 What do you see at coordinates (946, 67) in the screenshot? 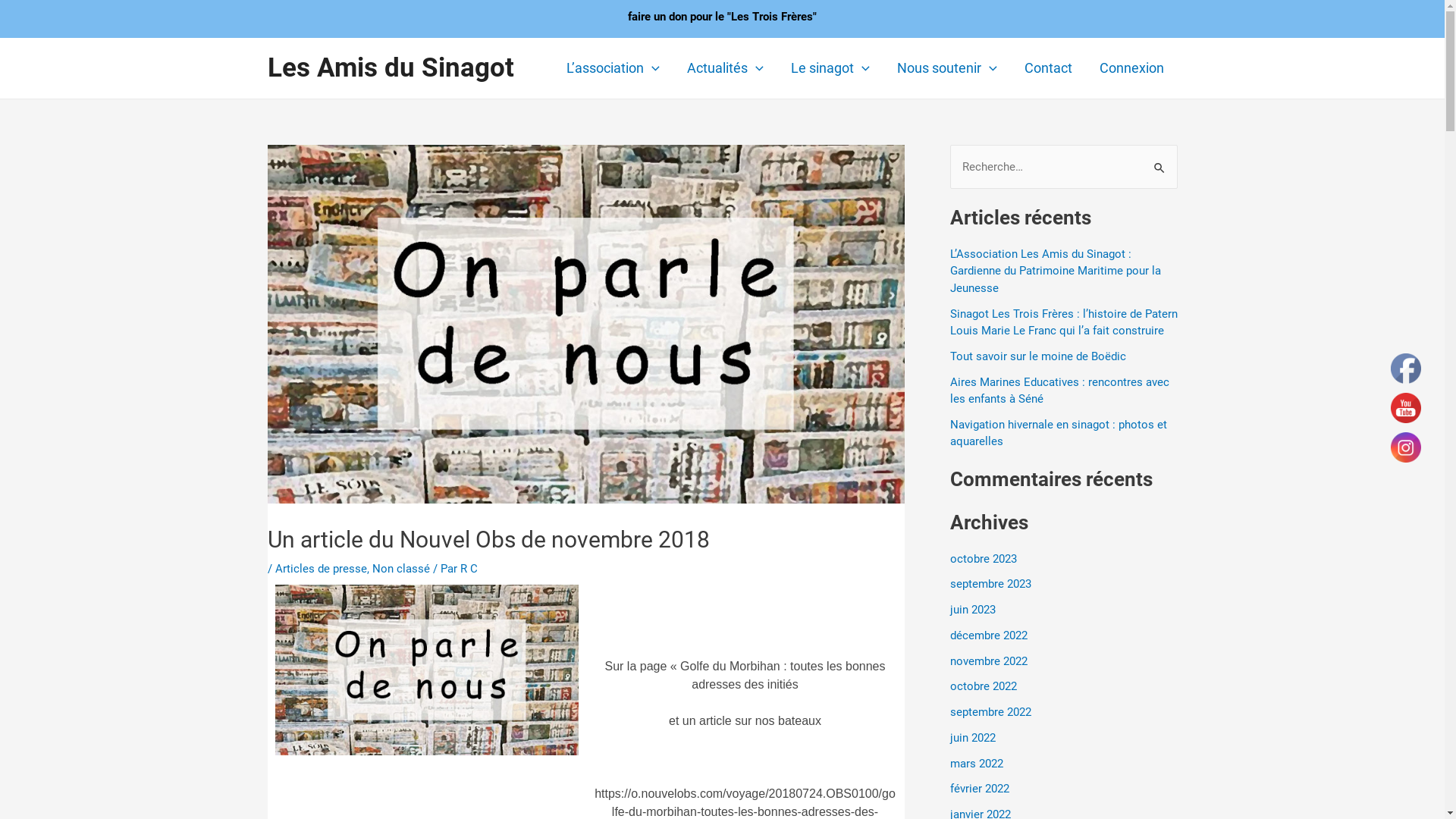
I see `'Nous soutenir'` at bounding box center [946, 67].